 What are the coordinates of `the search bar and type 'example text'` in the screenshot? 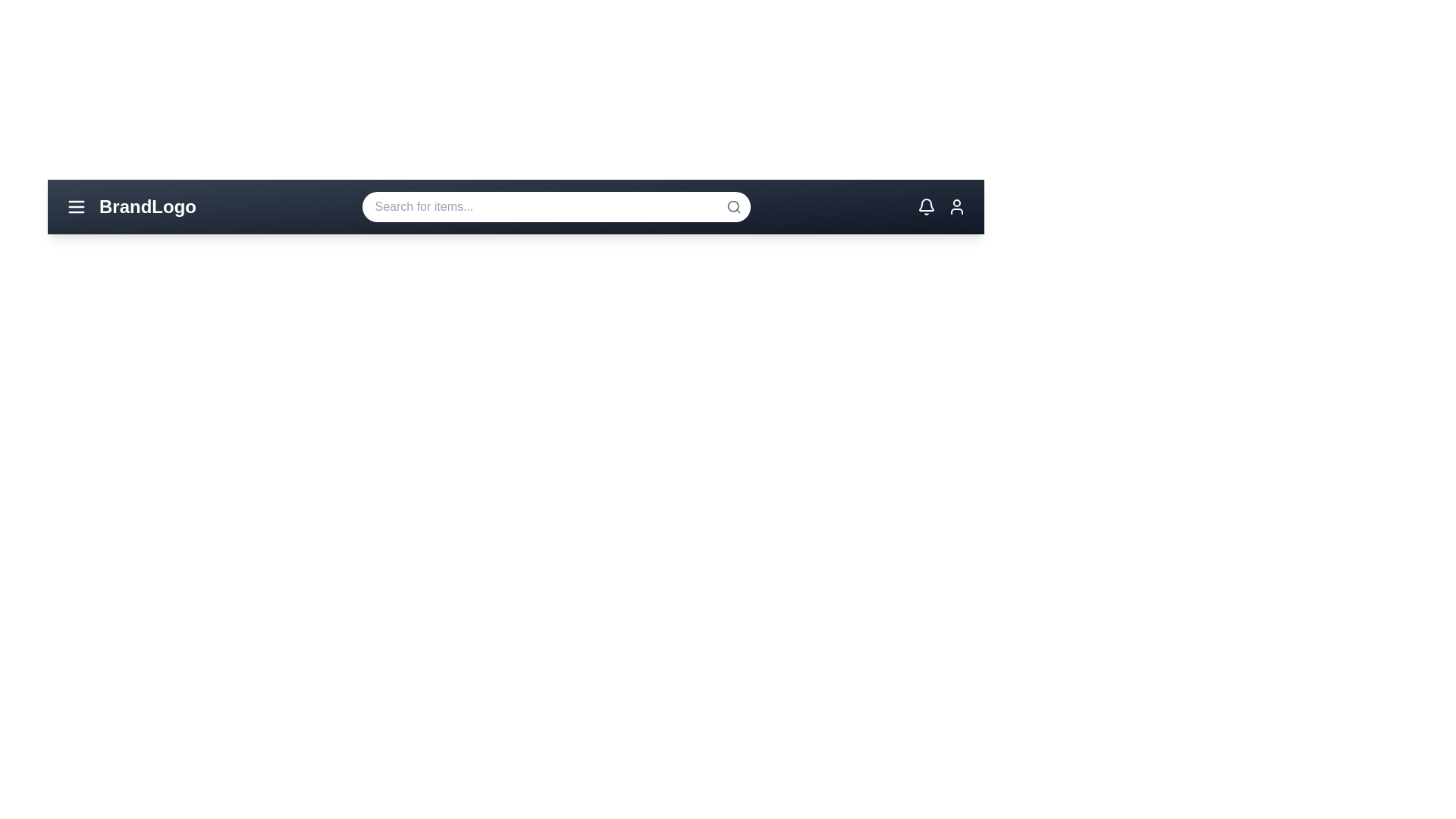 It's located at (556, 207).